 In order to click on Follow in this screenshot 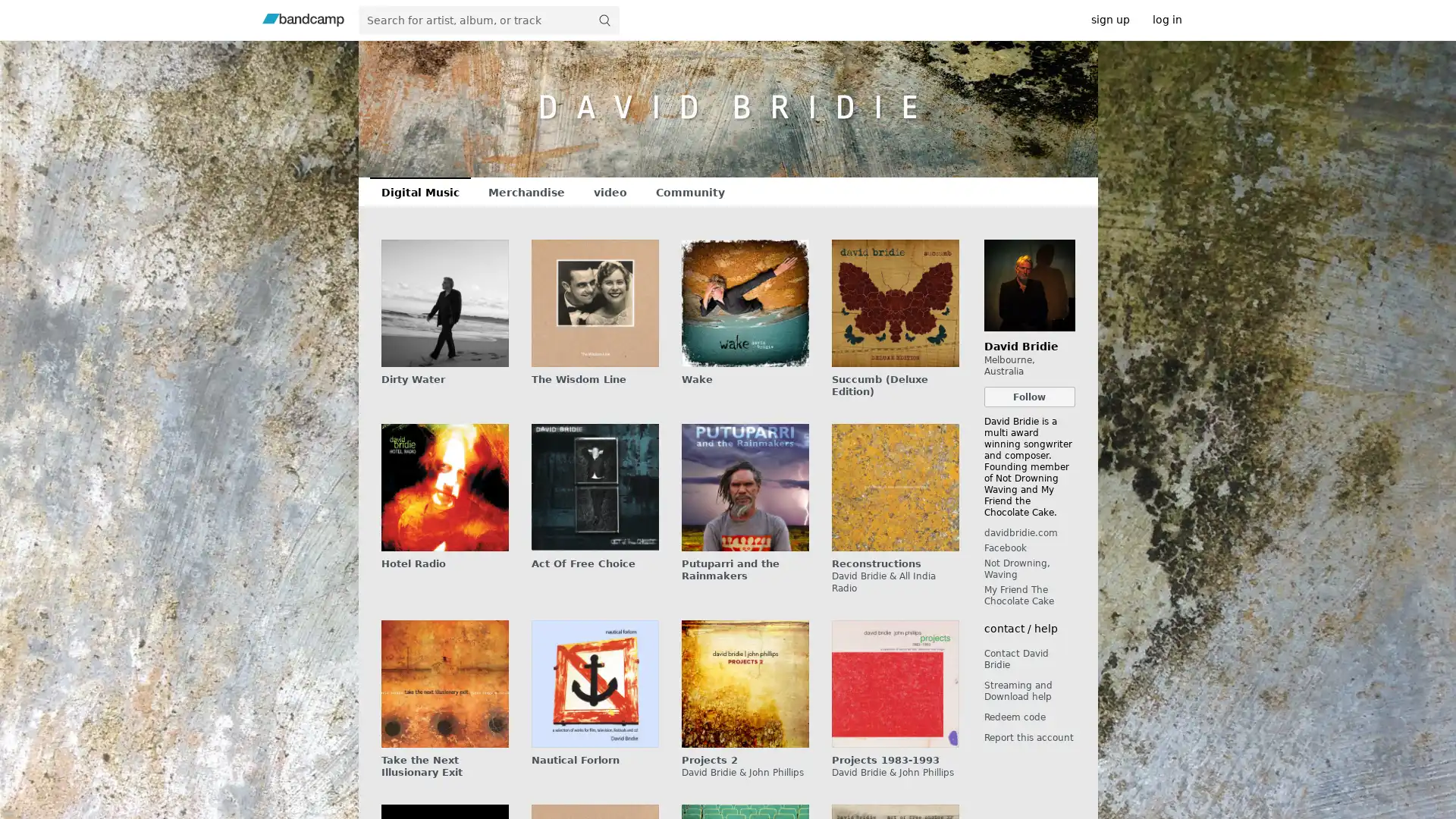, I will do `click(1029, 396)`.